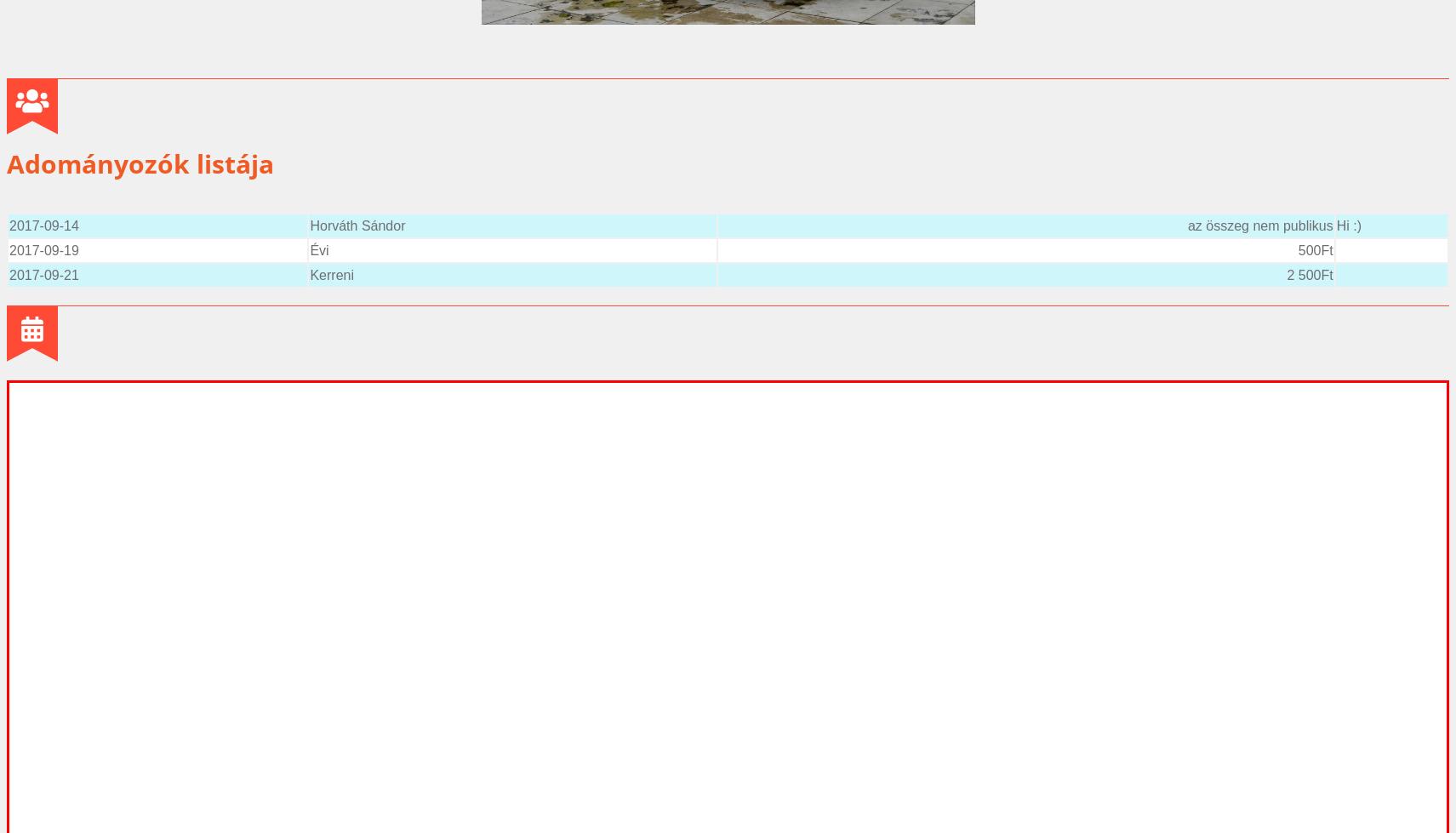  Describe the element at coordinates (331, 274) in the screenshot. I see `'Kerreni'` at that location.